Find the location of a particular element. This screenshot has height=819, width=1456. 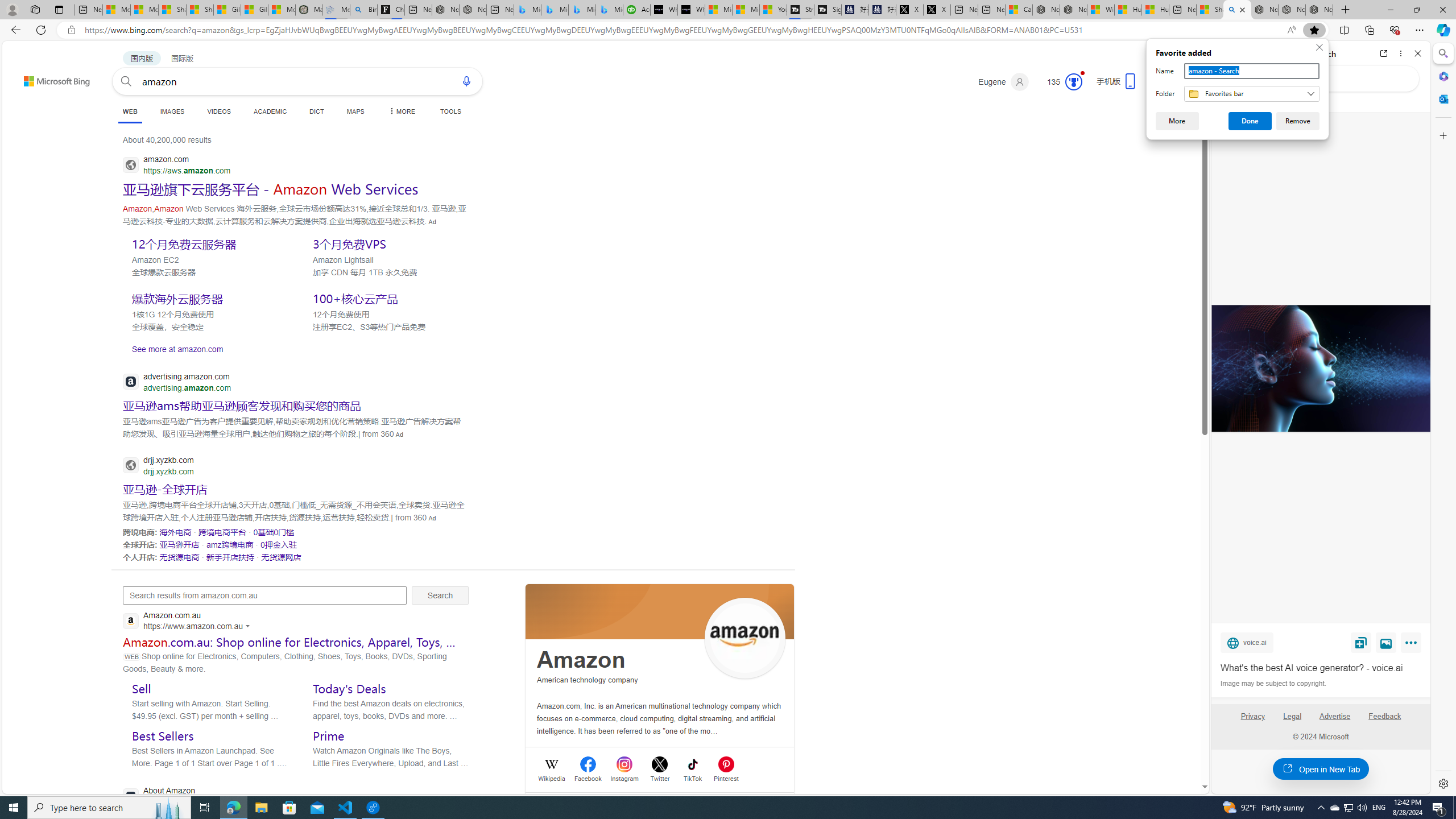

'File Explorer' is located at coordinates (260, 806).